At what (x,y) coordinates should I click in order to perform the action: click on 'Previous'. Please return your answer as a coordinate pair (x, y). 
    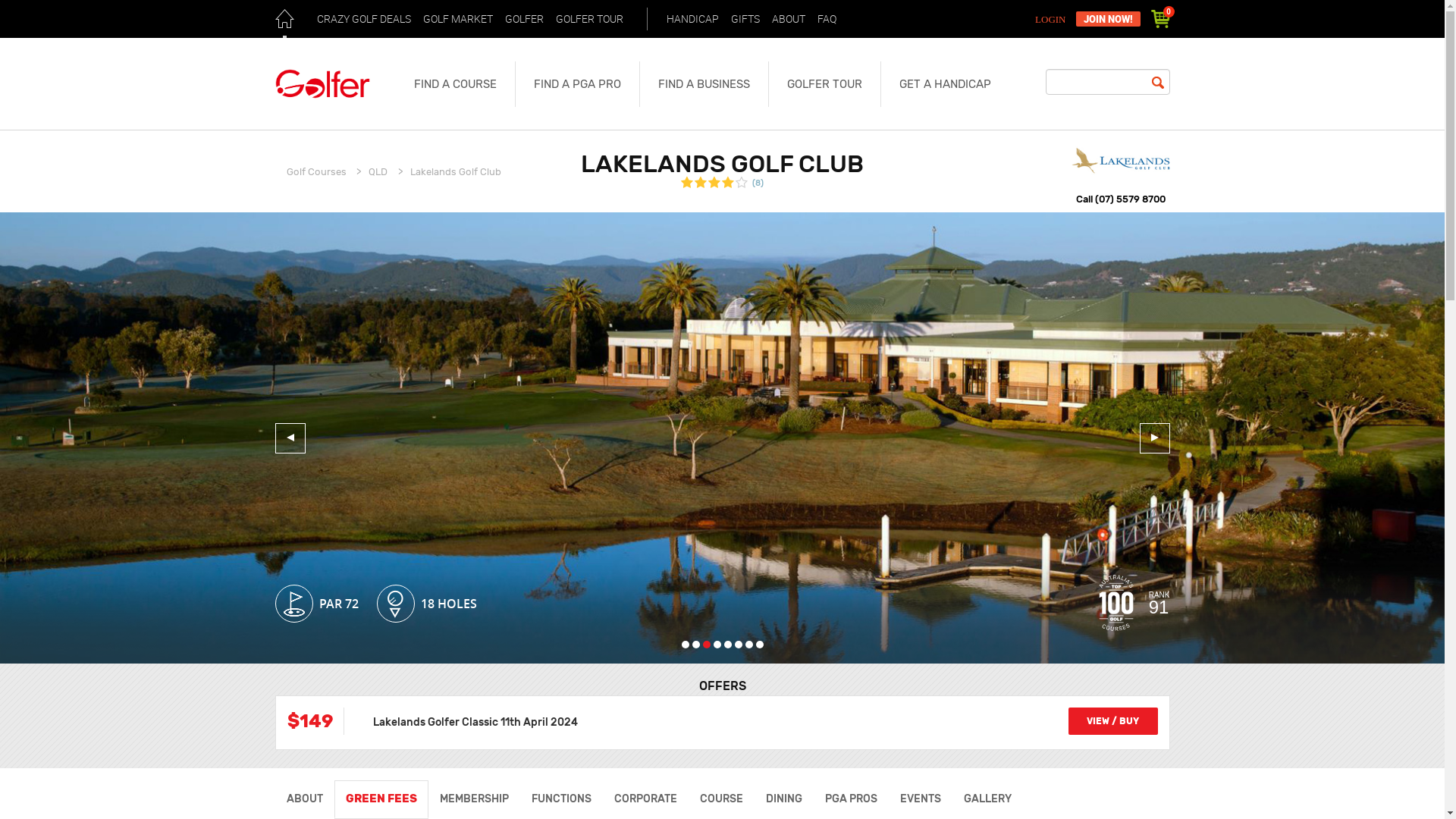
    Looking at the image, I should click on (290, 438).